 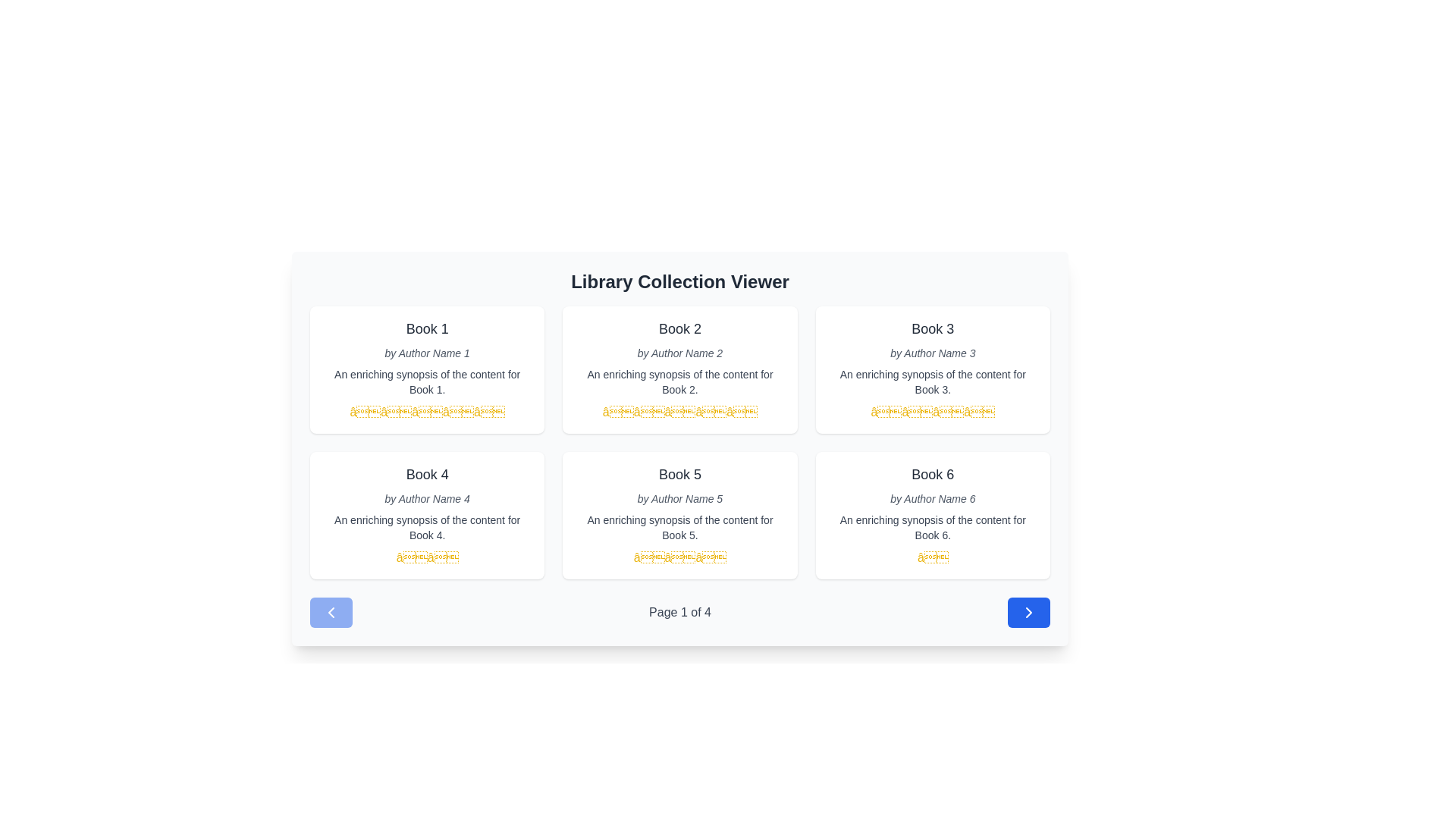 I want to click on the text label displaying 'by Author Name 3', which is styled in light gray and italicized, located below the title 'Book 3', so click(x=932, y=353).